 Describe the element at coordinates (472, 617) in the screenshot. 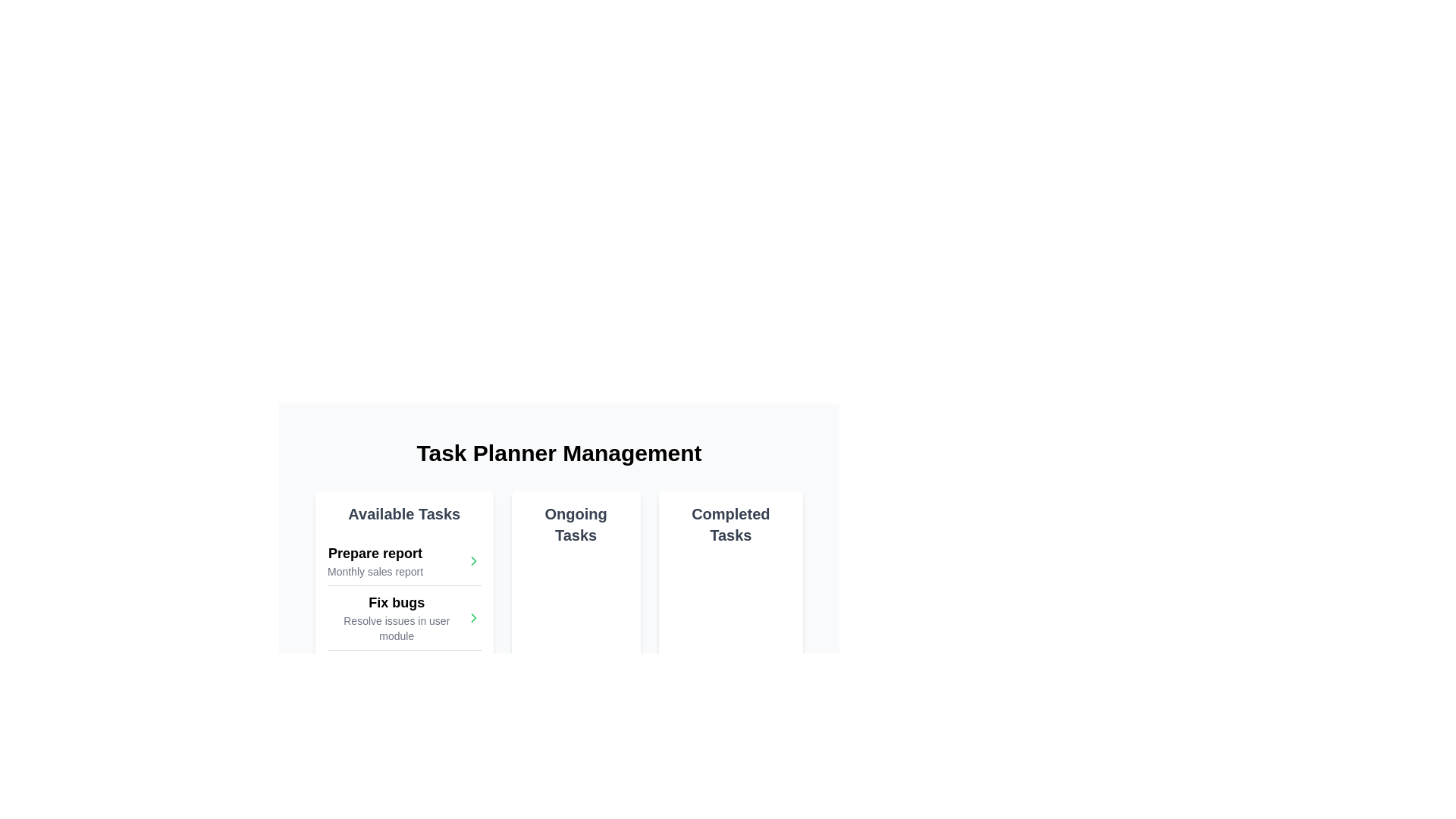

I see `the interactive icon located at the far-right of the 'Prepare report' task in the 'Available Tasks' card` at that location.